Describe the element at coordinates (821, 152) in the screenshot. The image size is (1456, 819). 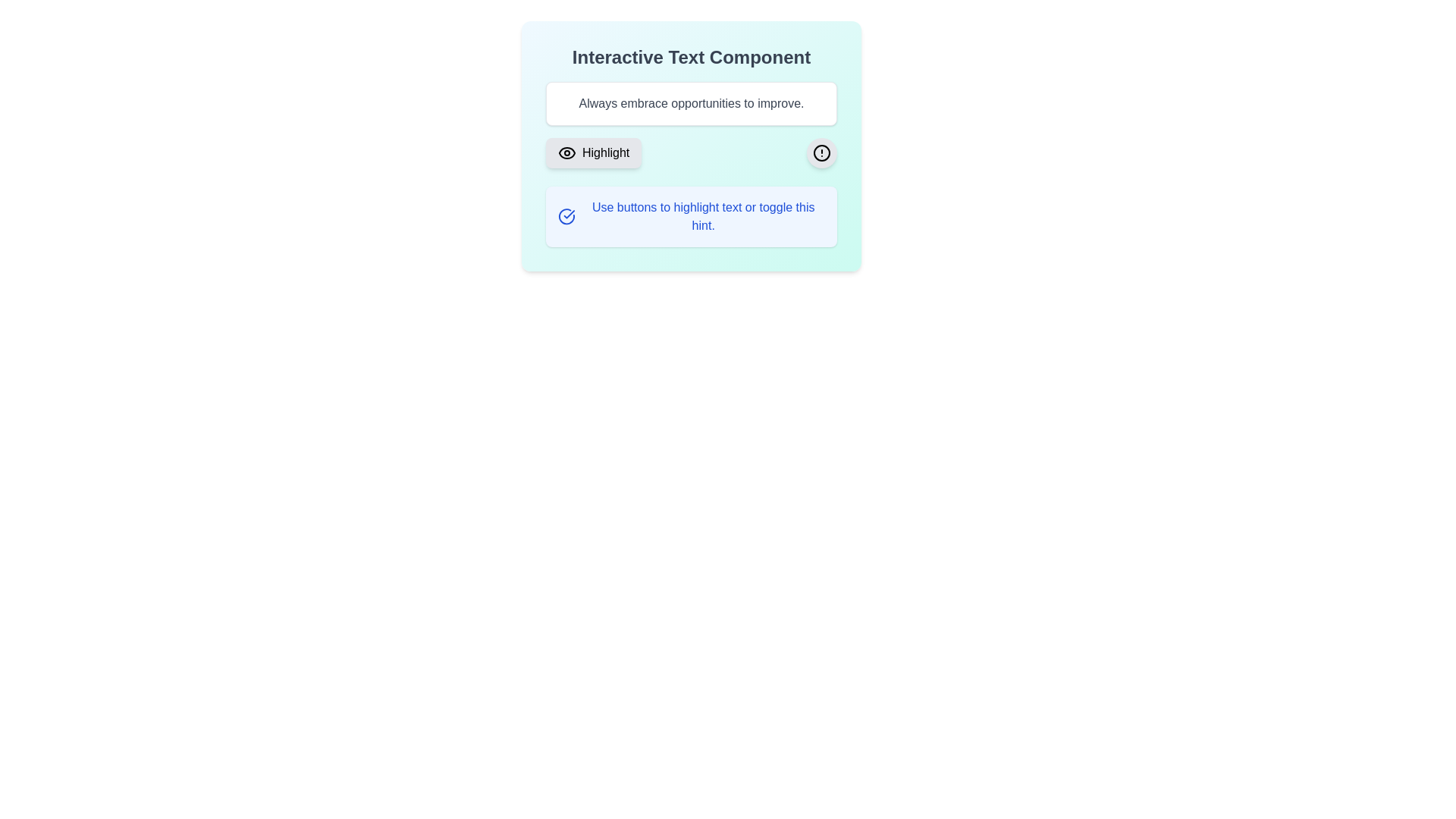
I see `the circular black alert icon with an exclamation mark, located to the right of the 'Highlight' button within the light blue panel` at that location.